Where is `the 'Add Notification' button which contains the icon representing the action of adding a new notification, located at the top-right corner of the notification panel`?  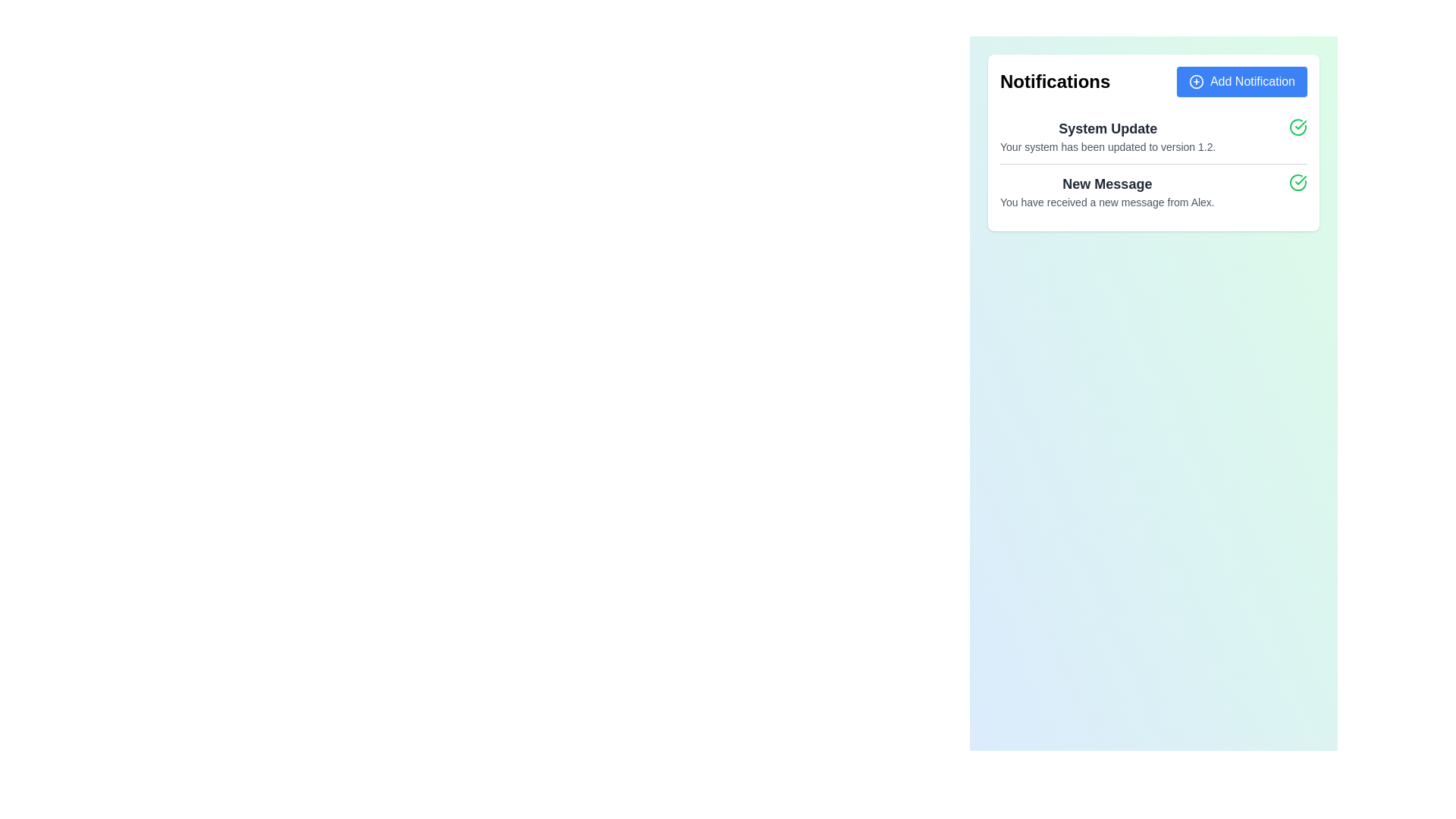 the 'Add Notification' button which contains the icon representing the action of adding a new notification, located at the top-right corner of the notification panel is located at coordinates (1195, 82).